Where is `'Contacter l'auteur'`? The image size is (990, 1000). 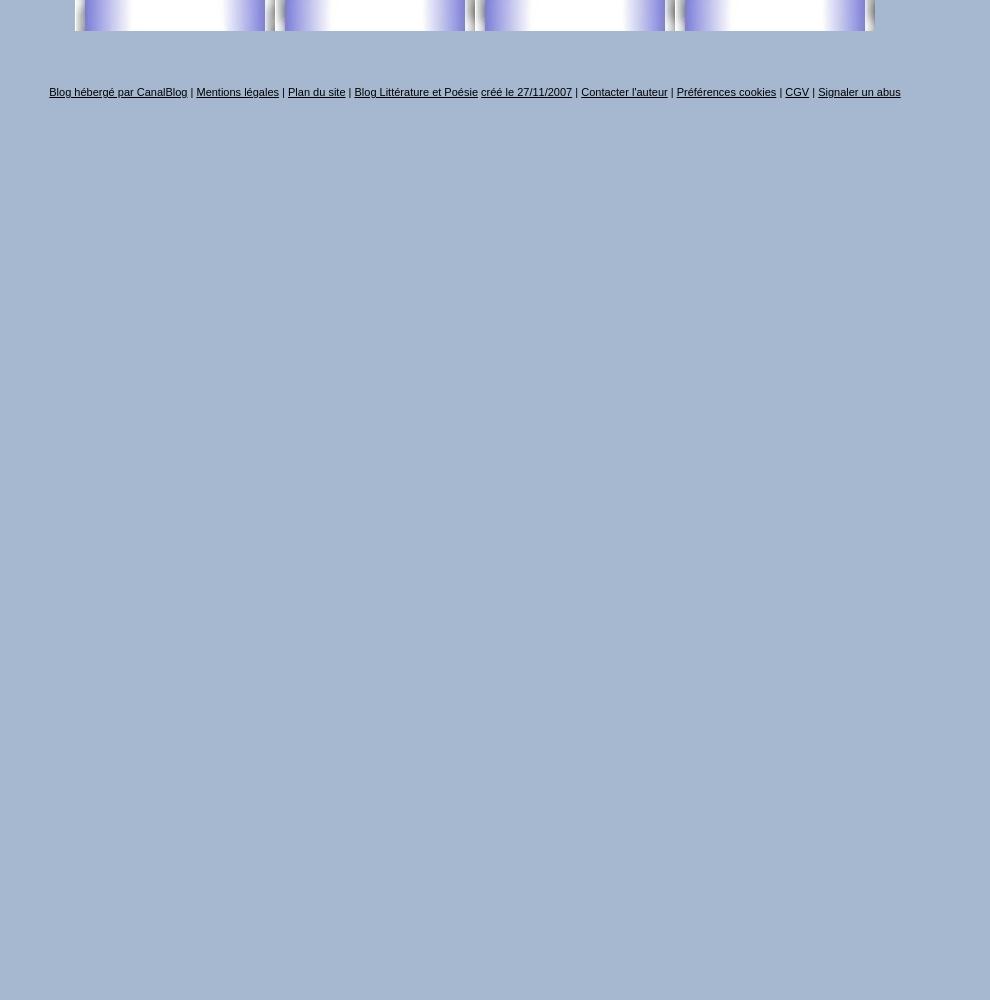 'Contacter l'auteur' is located at coordinates (622, 91).